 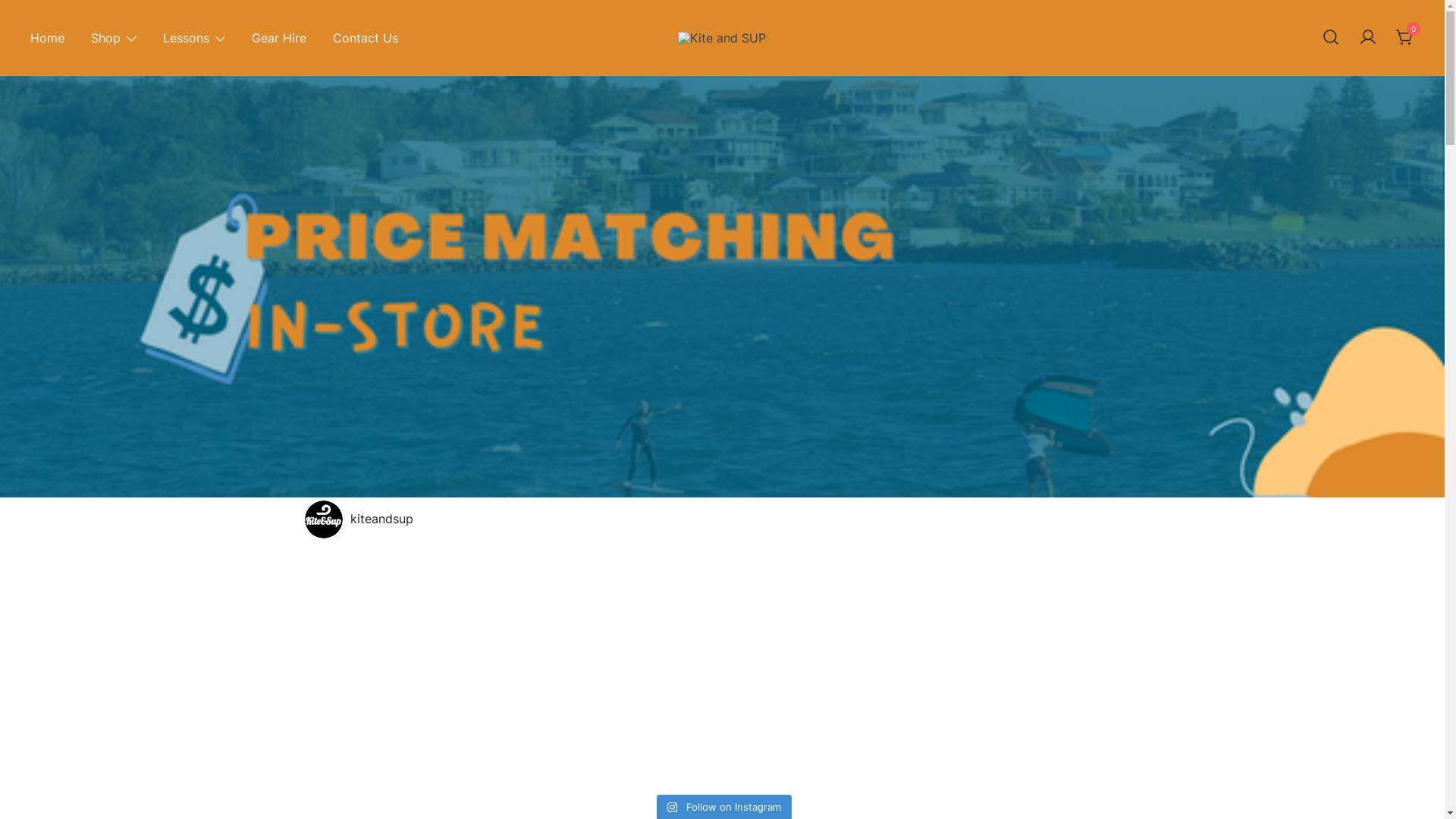 I want to click on '0', so click(x=1404, y=35).